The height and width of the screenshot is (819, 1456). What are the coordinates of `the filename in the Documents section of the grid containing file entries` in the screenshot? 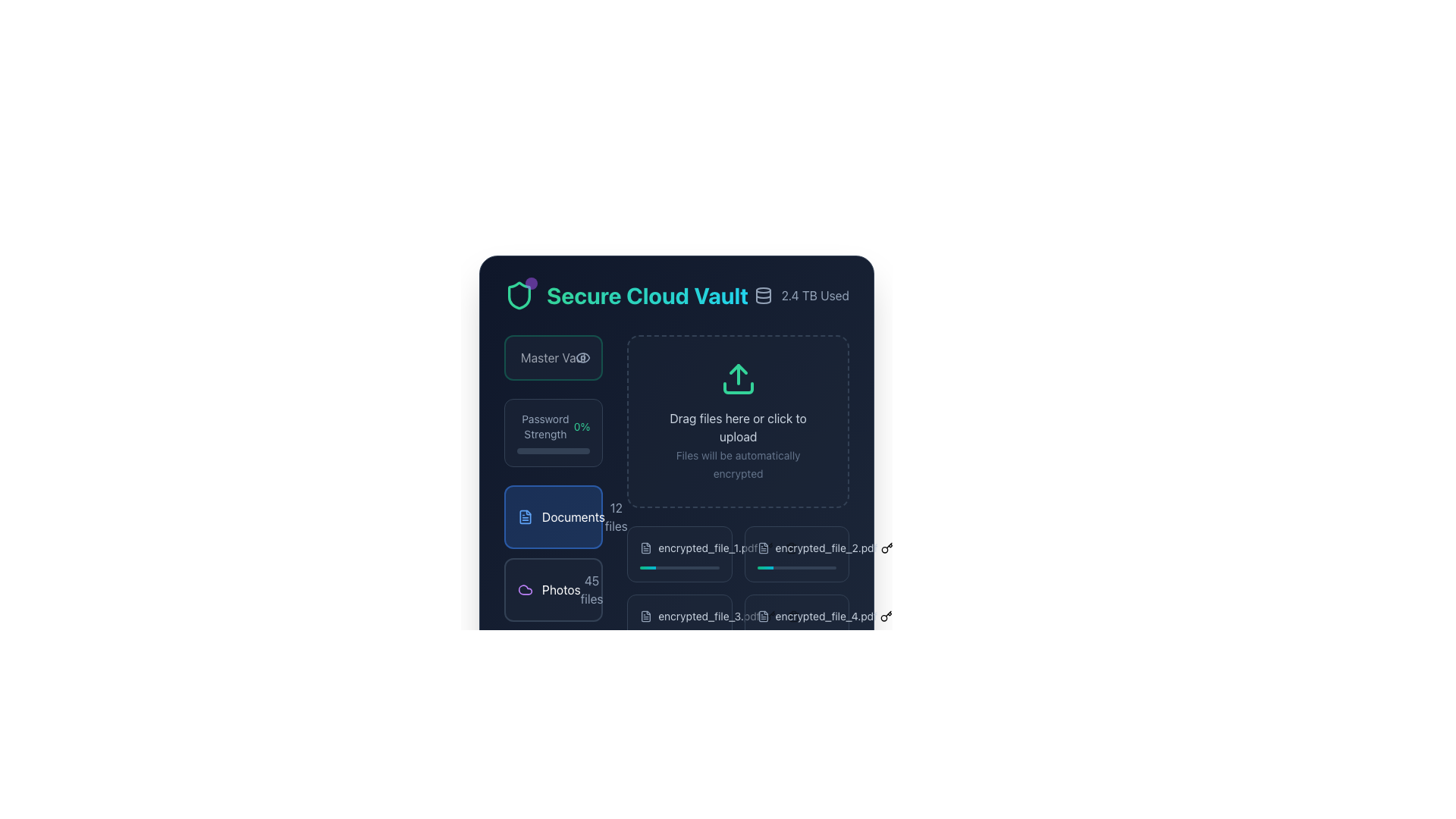 It's located at (738, 587).